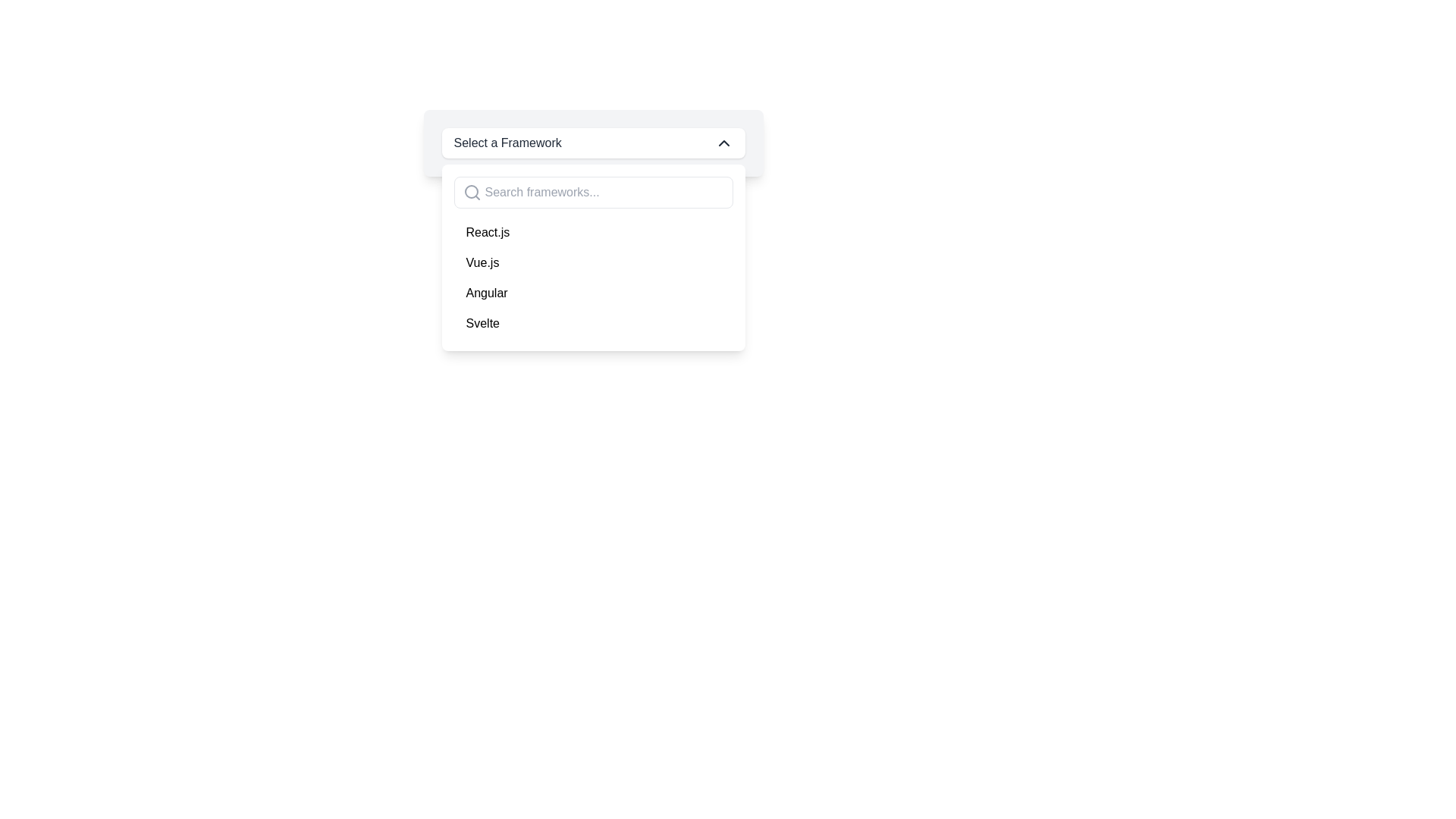 The height and width of the screenshot is (819, 1456). Describe the element at coordinates (592, 233) in the screenshot. I see `the list item labeled 'React.js'` at that location.